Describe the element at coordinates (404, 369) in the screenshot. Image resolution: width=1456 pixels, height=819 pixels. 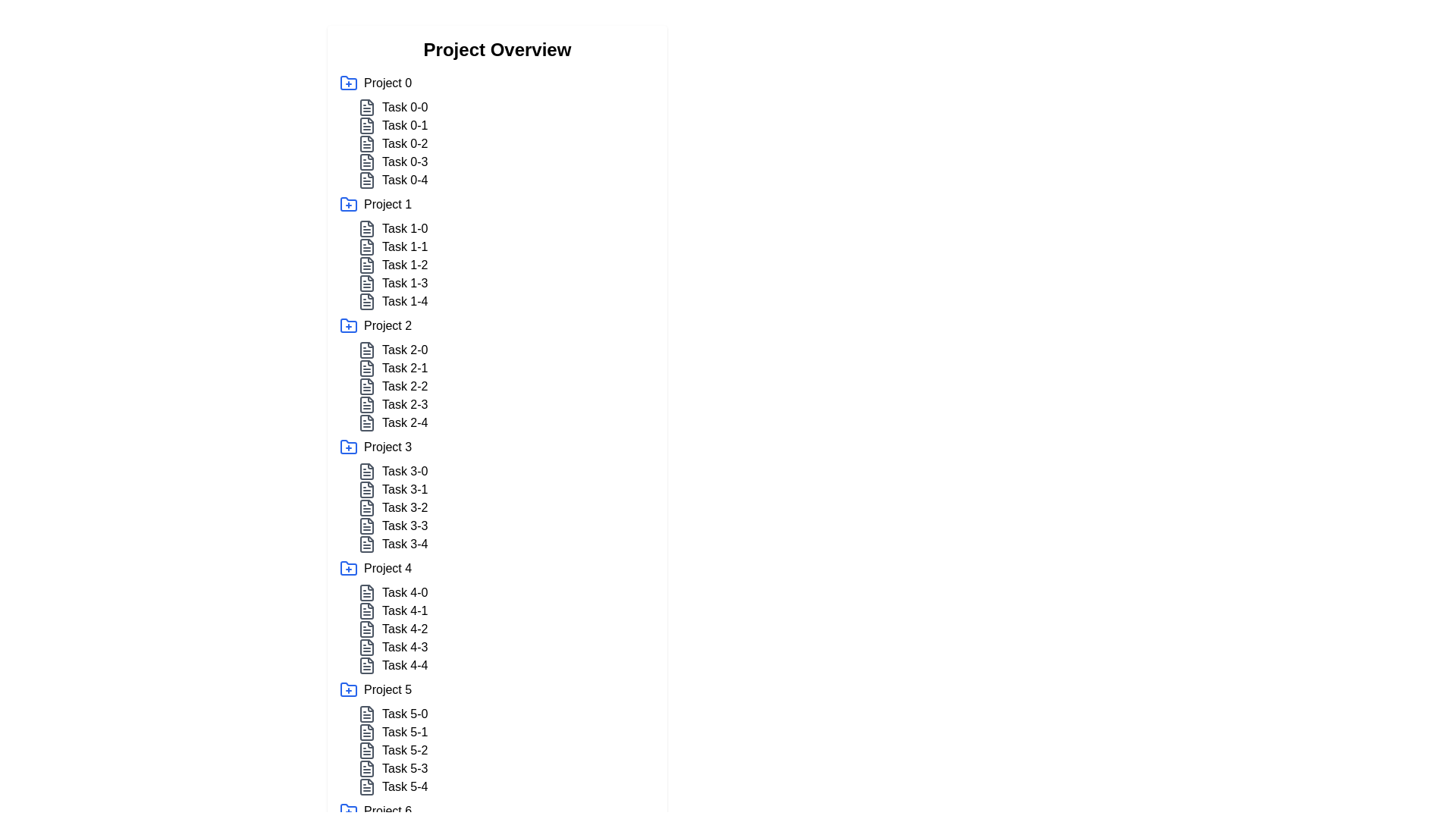
I see `the text label displaying 'Task 2-1'` at that location.